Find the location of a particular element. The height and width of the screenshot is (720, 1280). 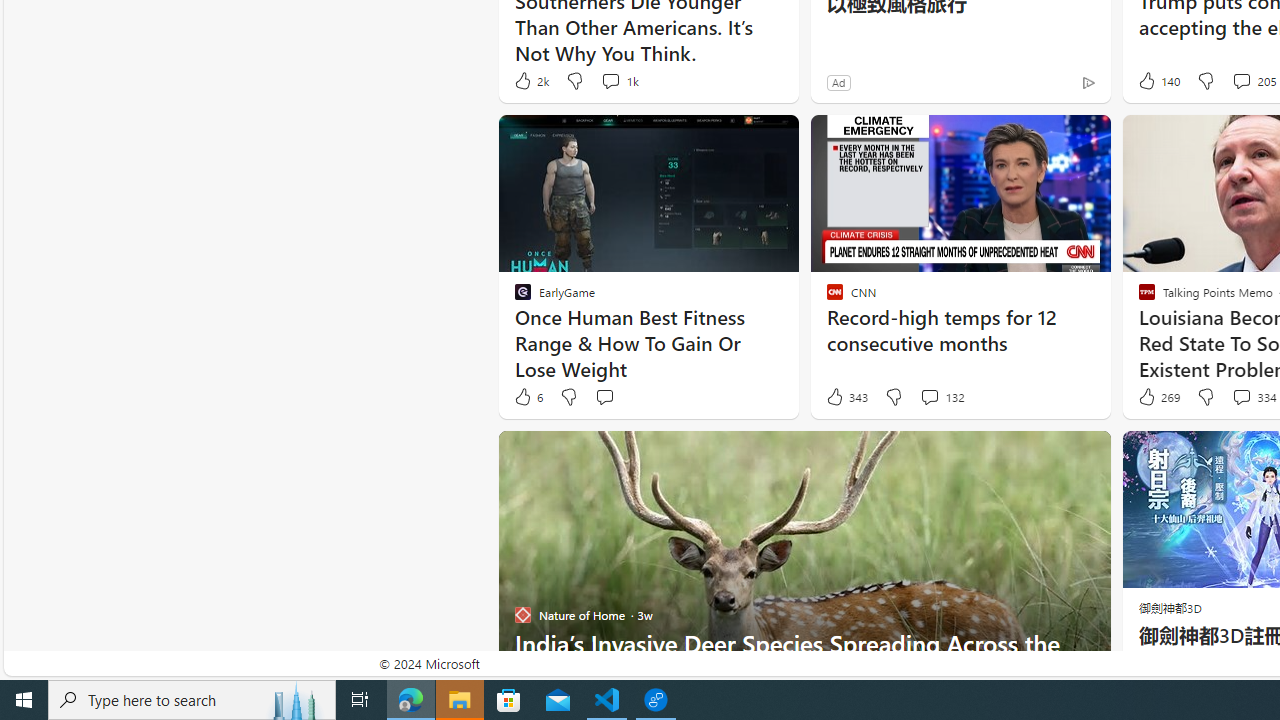

'343 Like' is located at coordinates (846, 397).